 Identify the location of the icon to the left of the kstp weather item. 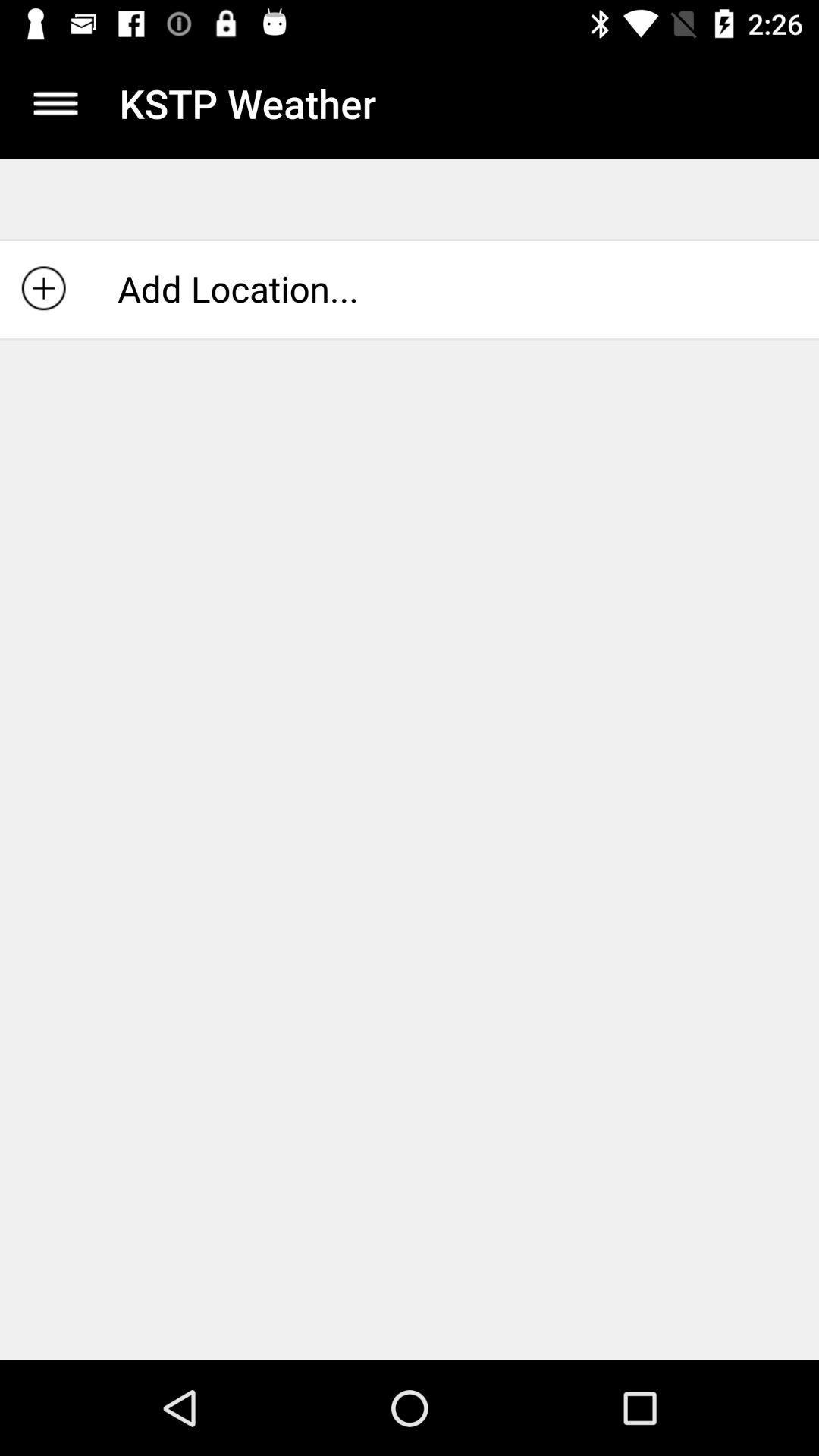
(55, 102).